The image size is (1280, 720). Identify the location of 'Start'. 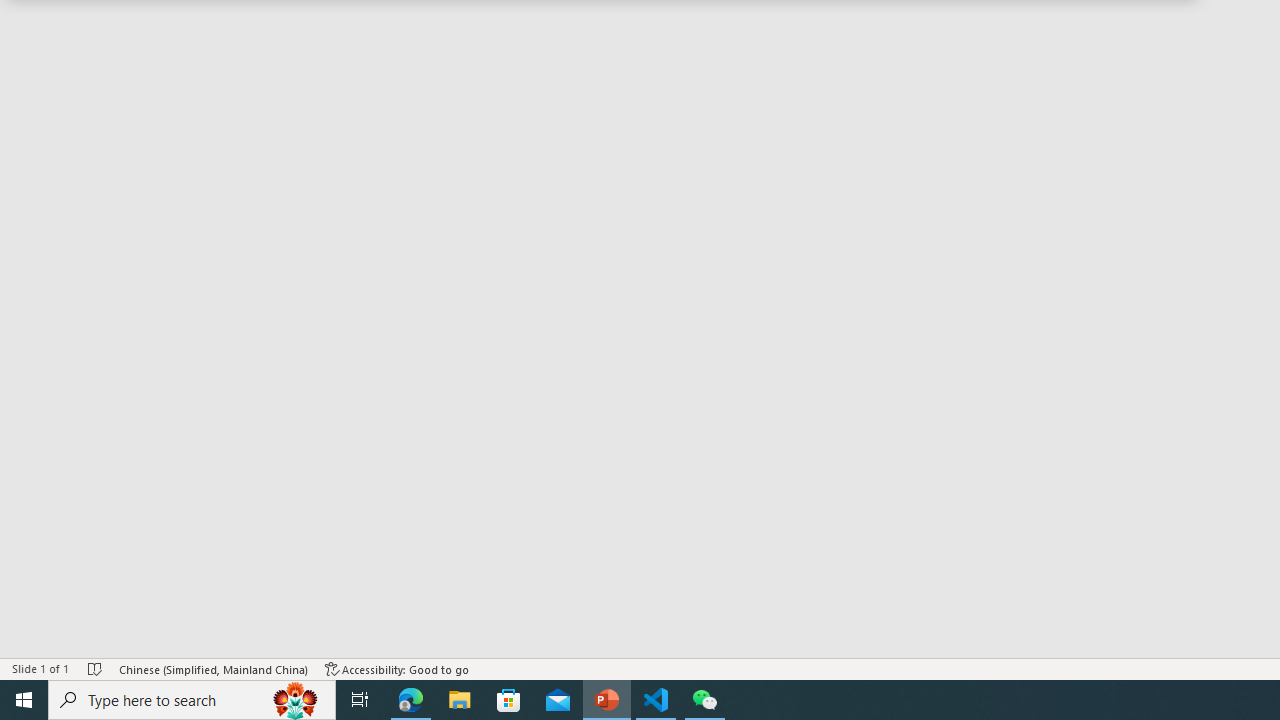
(24, 698).